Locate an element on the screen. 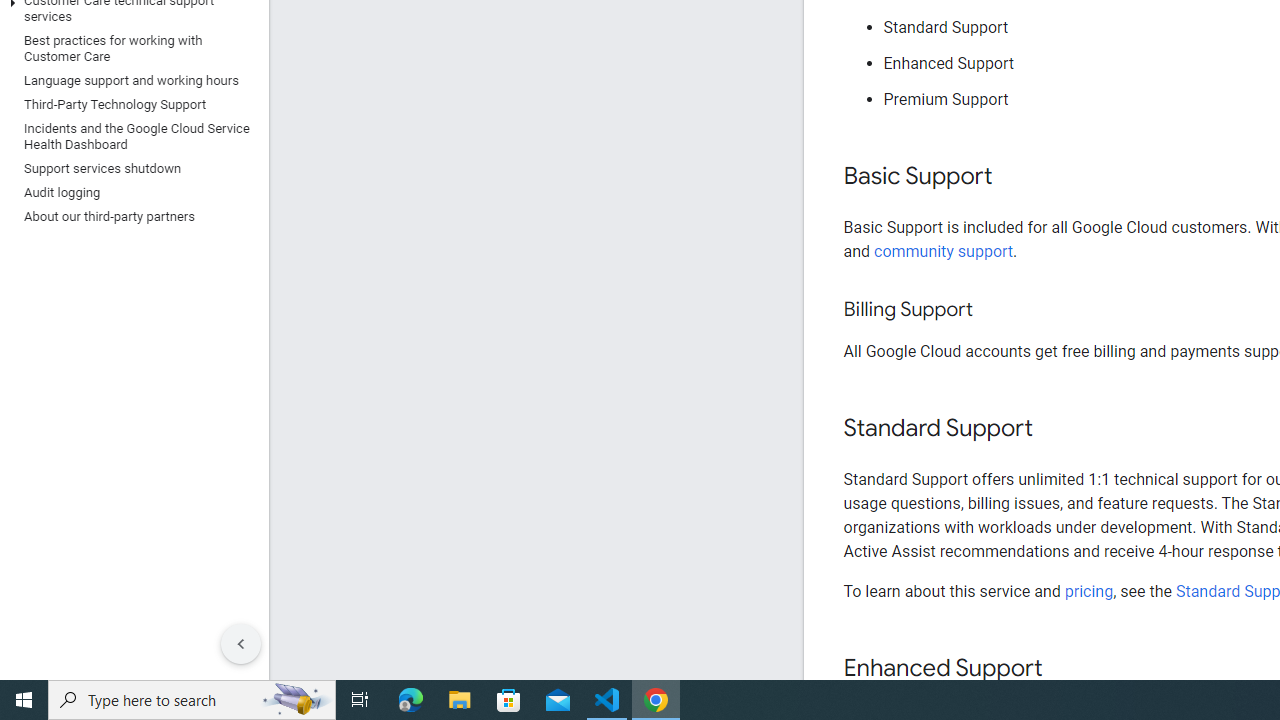 This screenshot has height=720, width=1280. 'Incidents and the Google Cloud Service Health Dashboard' is located at coordinates (129, 135).